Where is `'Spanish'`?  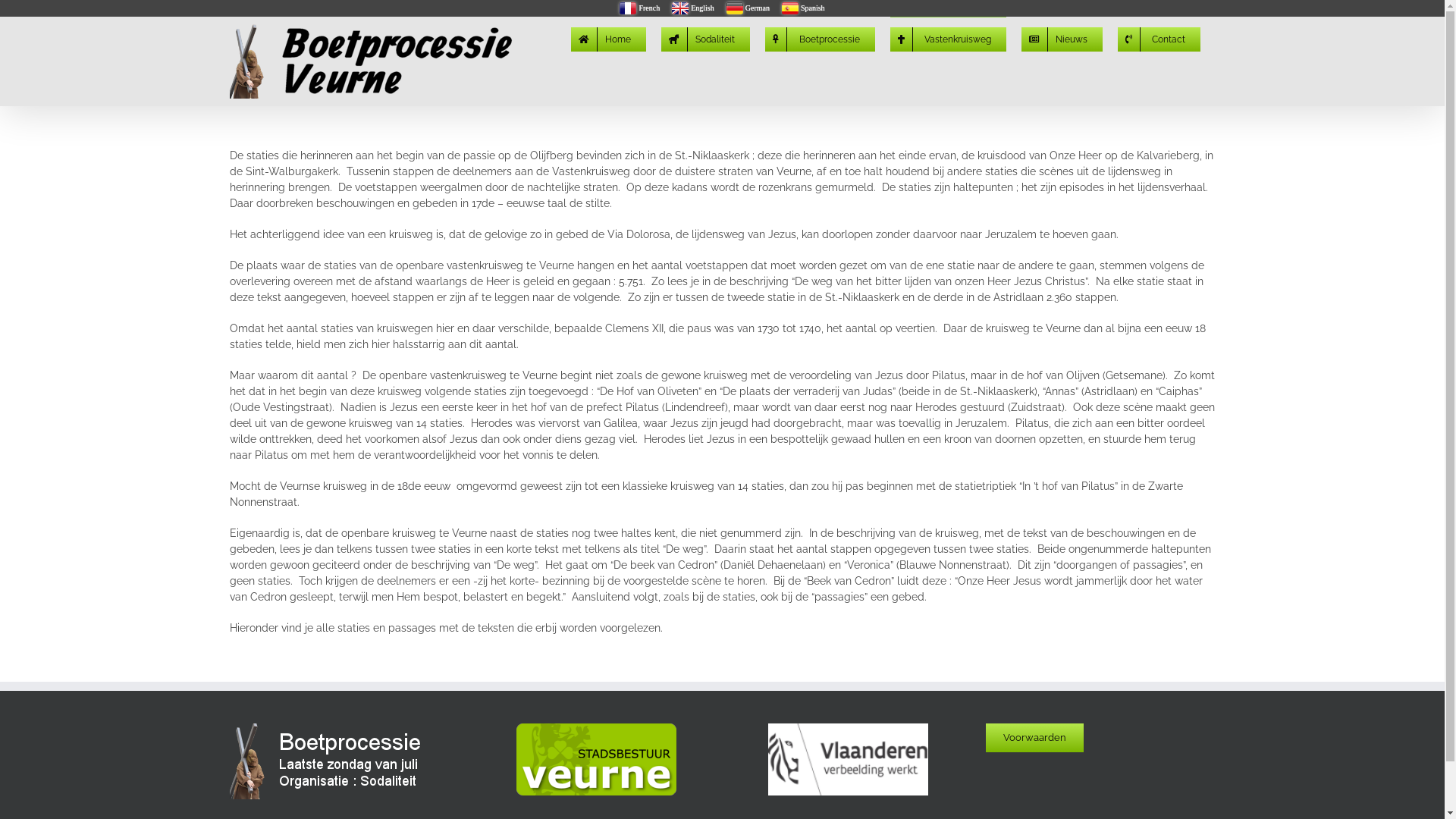 'Spanish' is located at coordinates (802, 8).